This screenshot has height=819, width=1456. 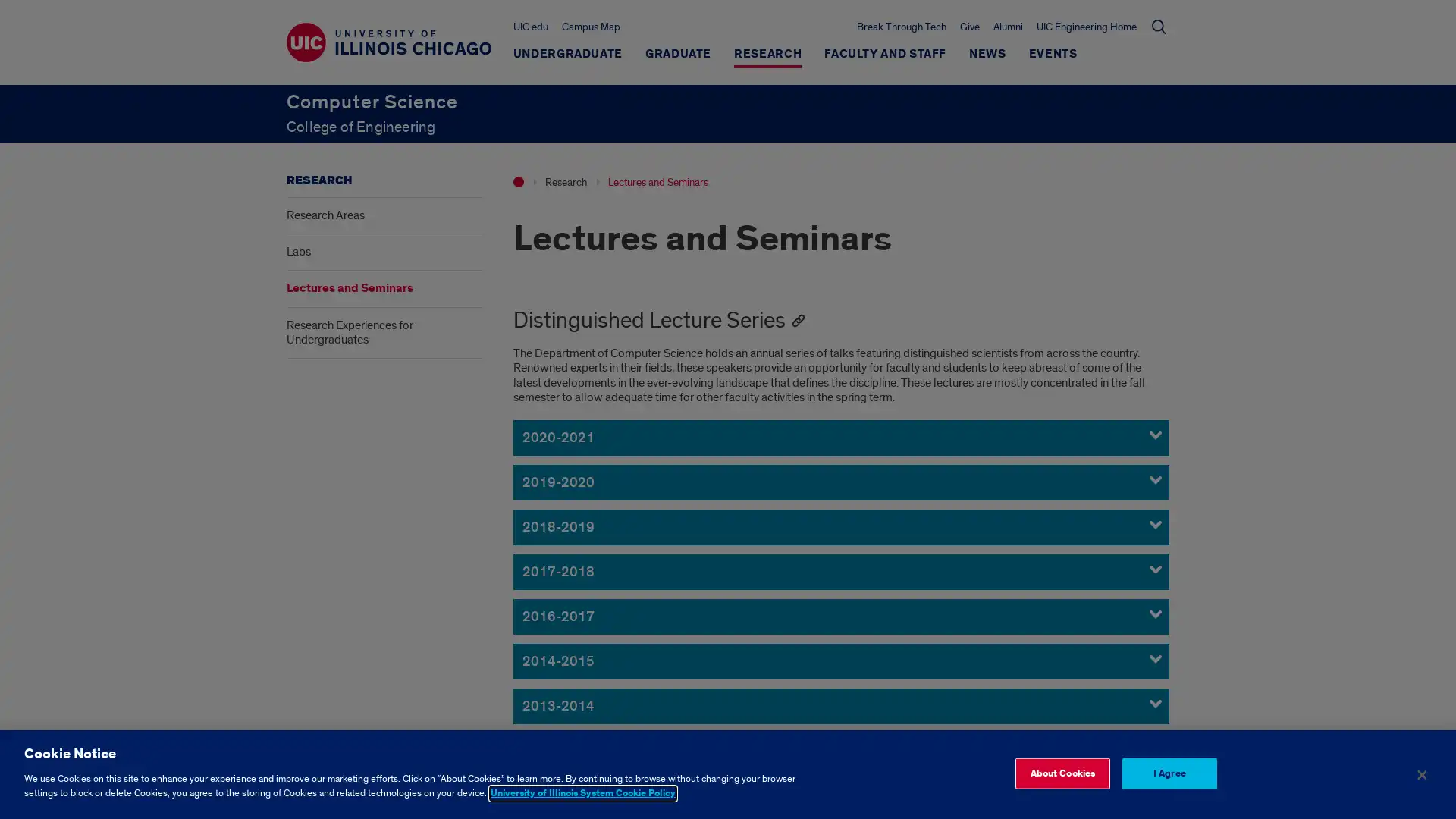 I want to click on 2012-2013, so click(x=839, y=749).